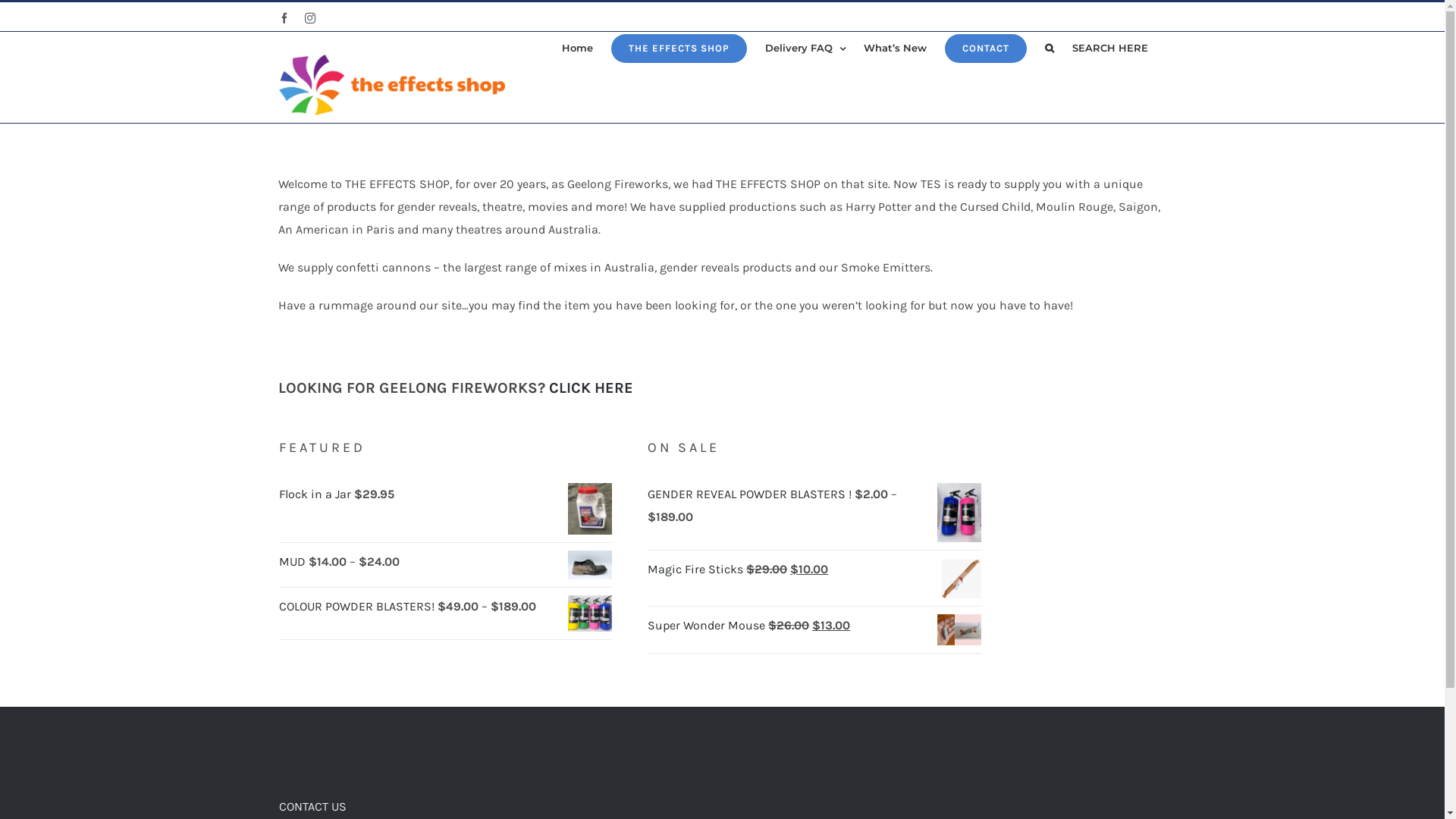  Describe the element at coordinates (764, 47) in the screenshot. I see `'Delivery FAQ'` at that location.